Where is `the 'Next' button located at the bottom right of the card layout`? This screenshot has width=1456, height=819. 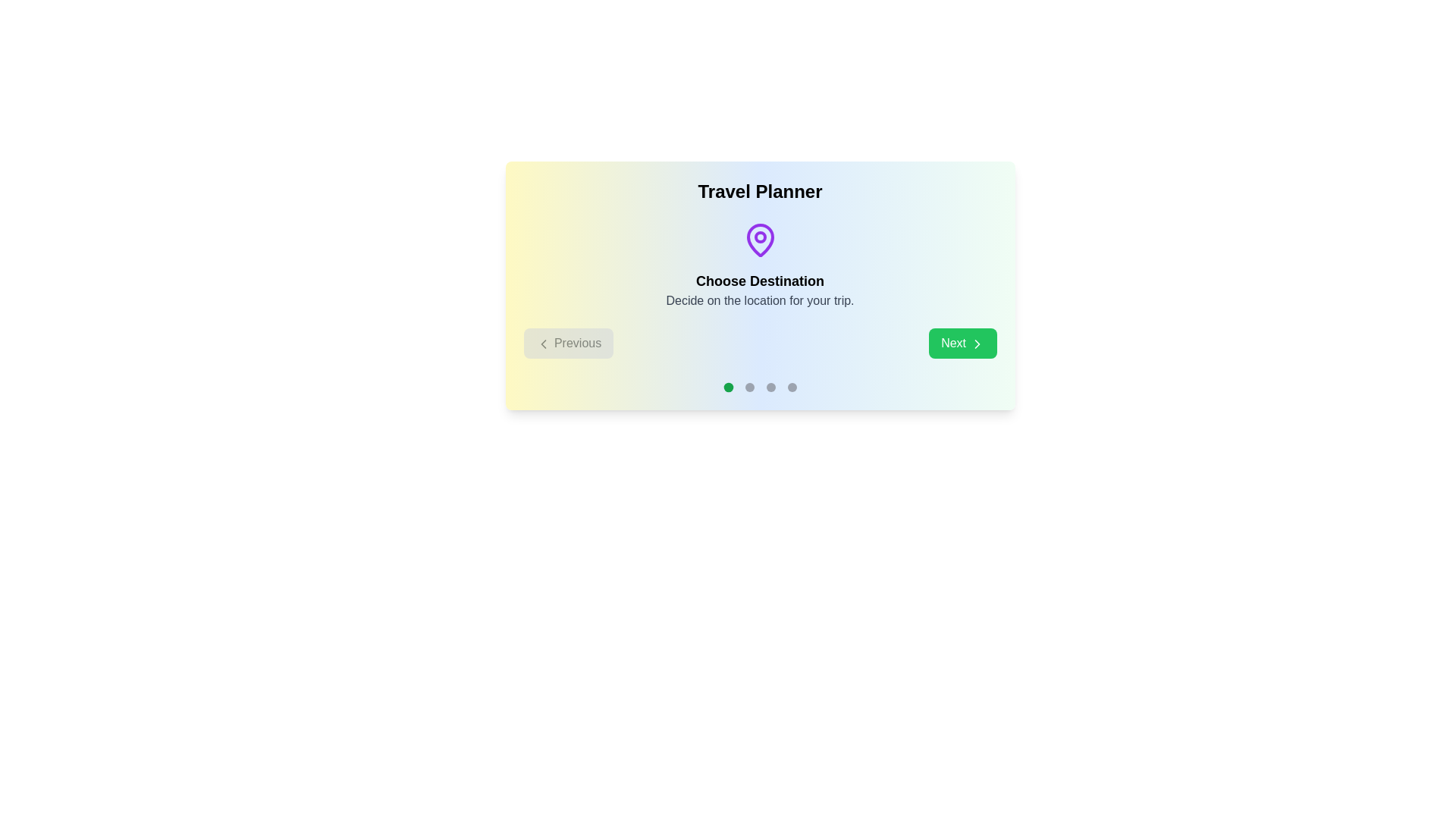
the 'Next' button located at the bottom right of the card layout is located at coordinates (962, 343).